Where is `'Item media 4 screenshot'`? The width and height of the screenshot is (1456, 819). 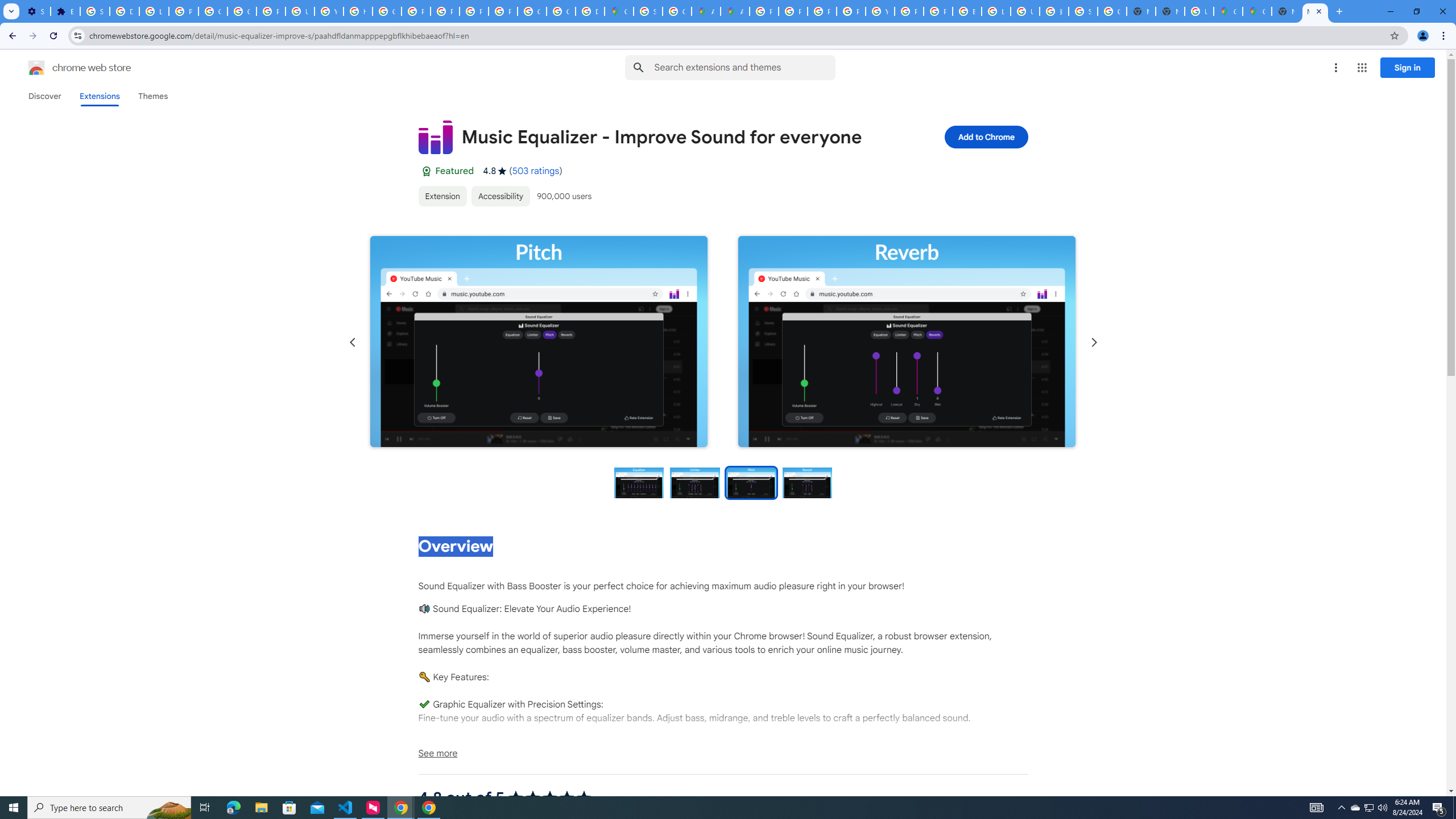 'Item media 4 screenshot' is located at coordinates (906, 342).